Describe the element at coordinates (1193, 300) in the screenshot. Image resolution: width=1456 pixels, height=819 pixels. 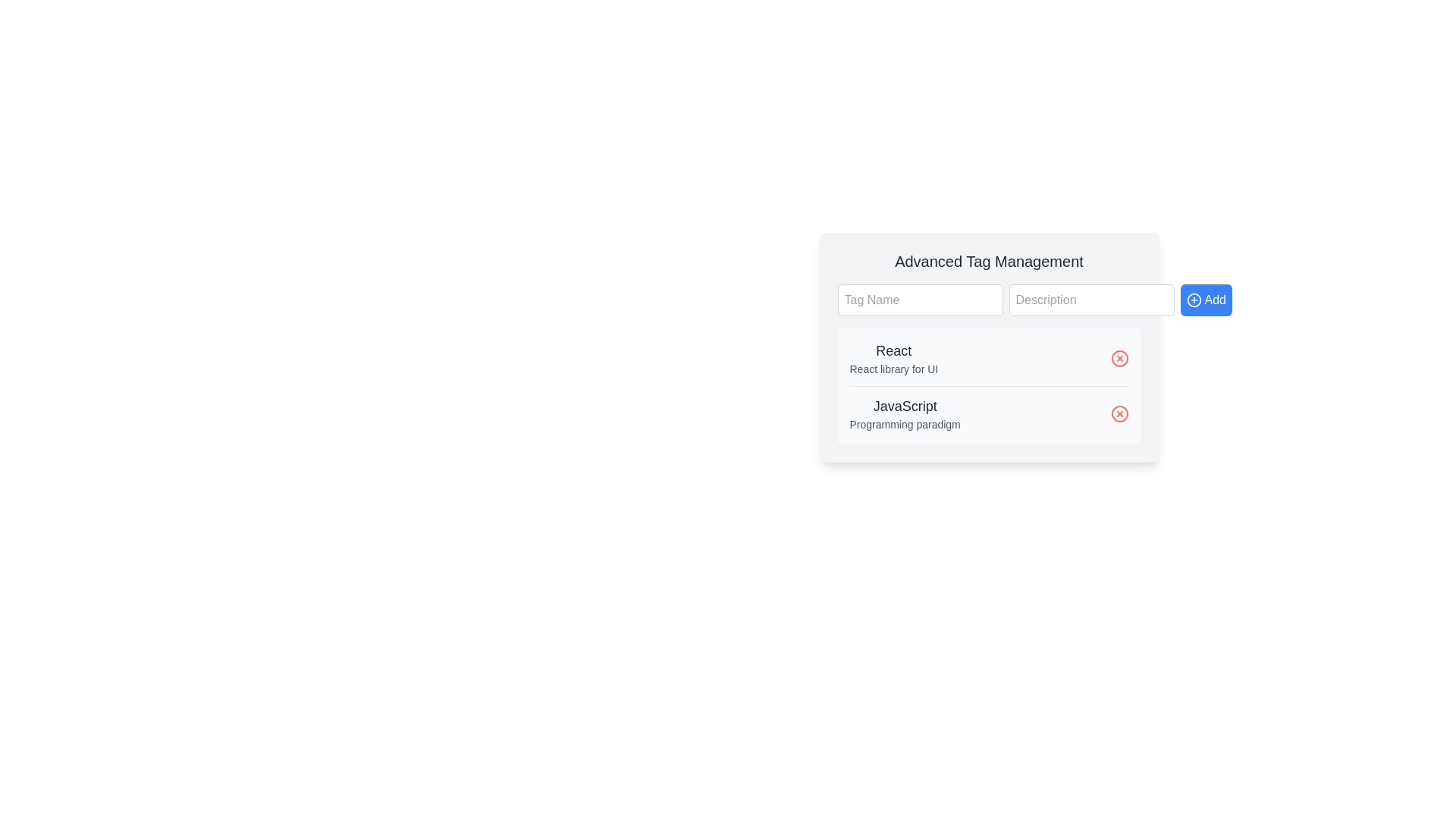
I see `the Icon Button located within the 'Add' button on the right edge of the 'Advanced Tag Management' interface panel` at that location.